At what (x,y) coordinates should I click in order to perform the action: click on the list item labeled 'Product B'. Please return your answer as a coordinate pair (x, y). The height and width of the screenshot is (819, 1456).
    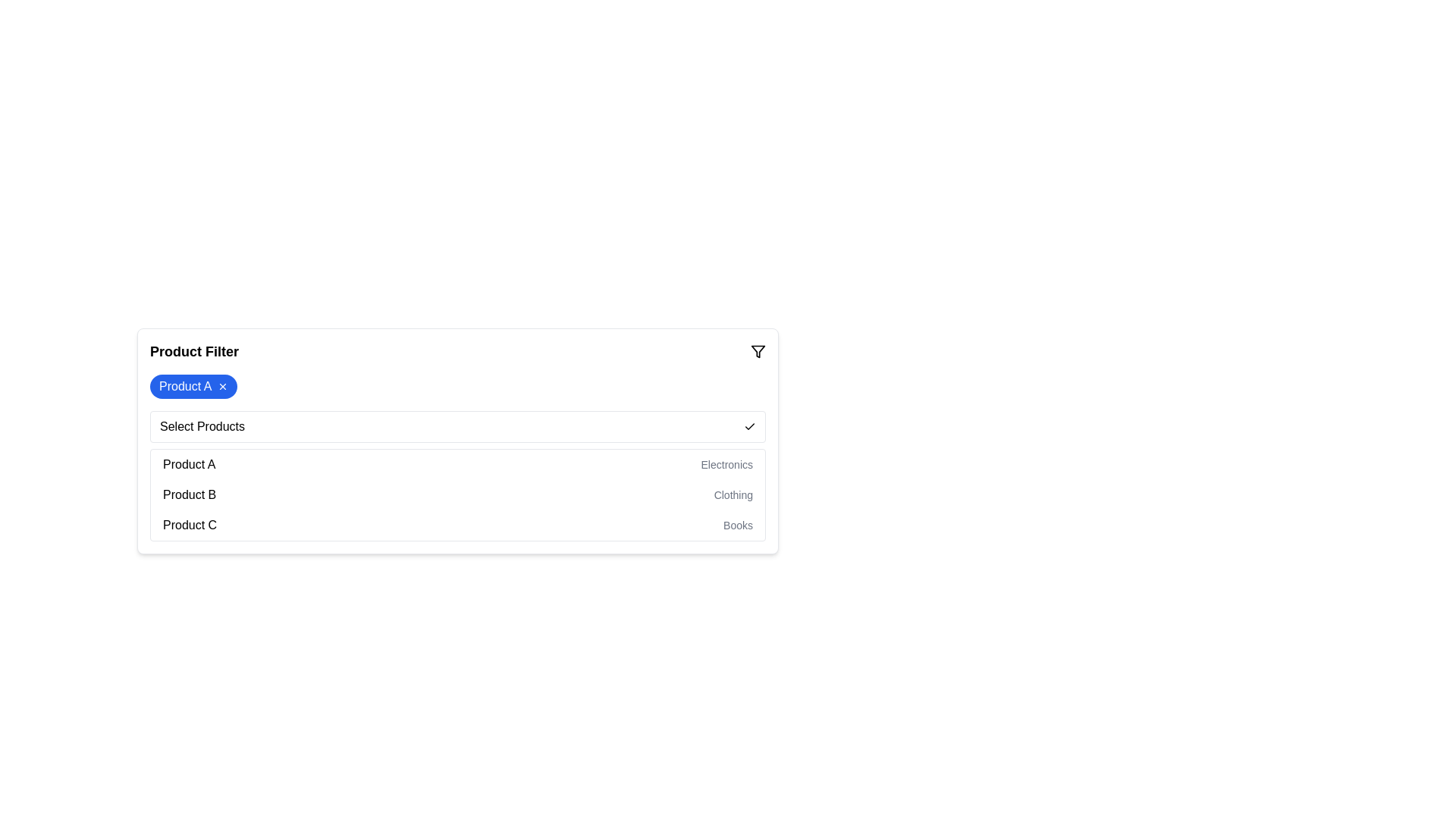
    Looking at the image, I should click on (457, 494).